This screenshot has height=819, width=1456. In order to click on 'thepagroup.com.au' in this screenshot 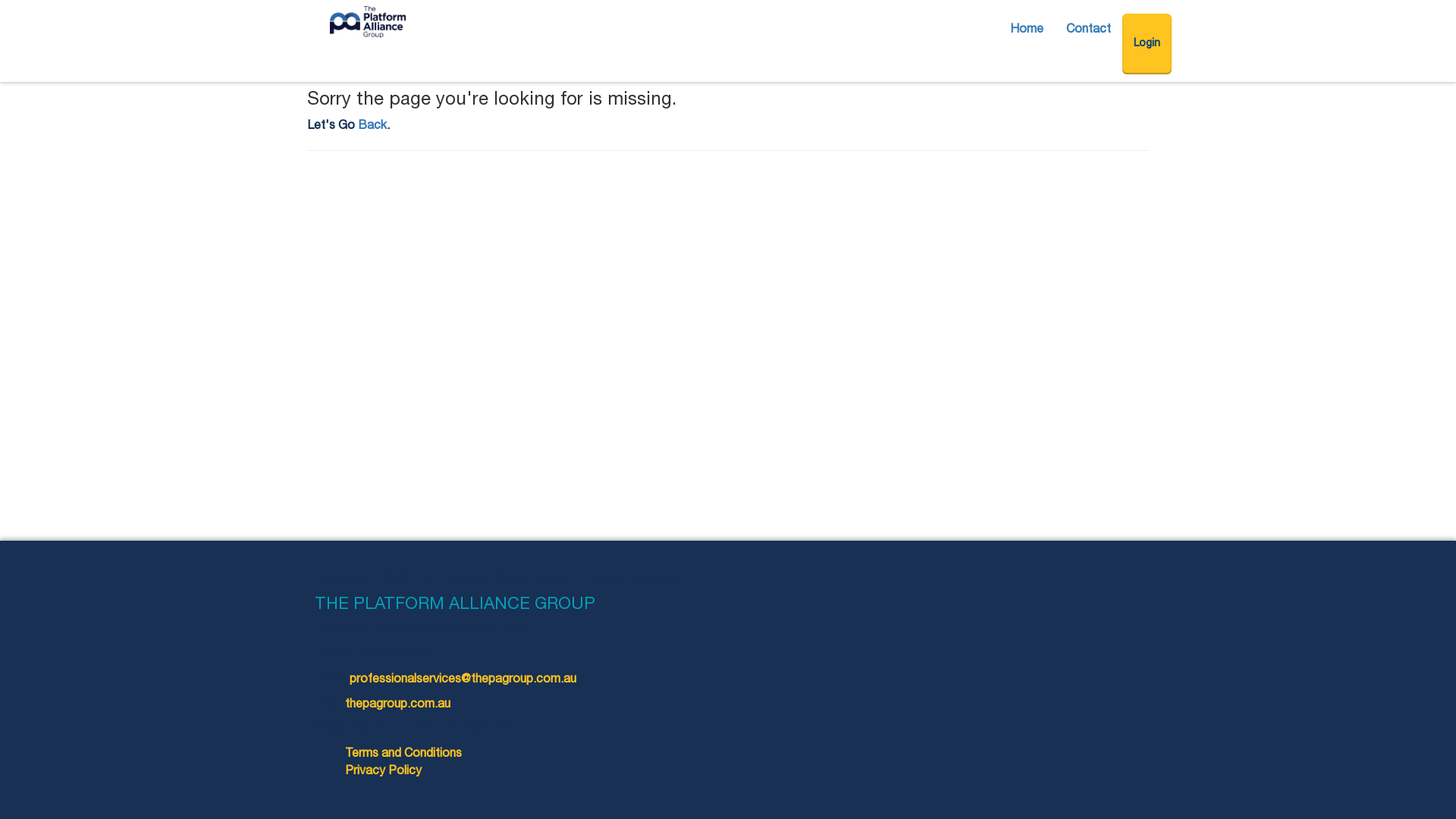, I will do `click(397, 704)`.